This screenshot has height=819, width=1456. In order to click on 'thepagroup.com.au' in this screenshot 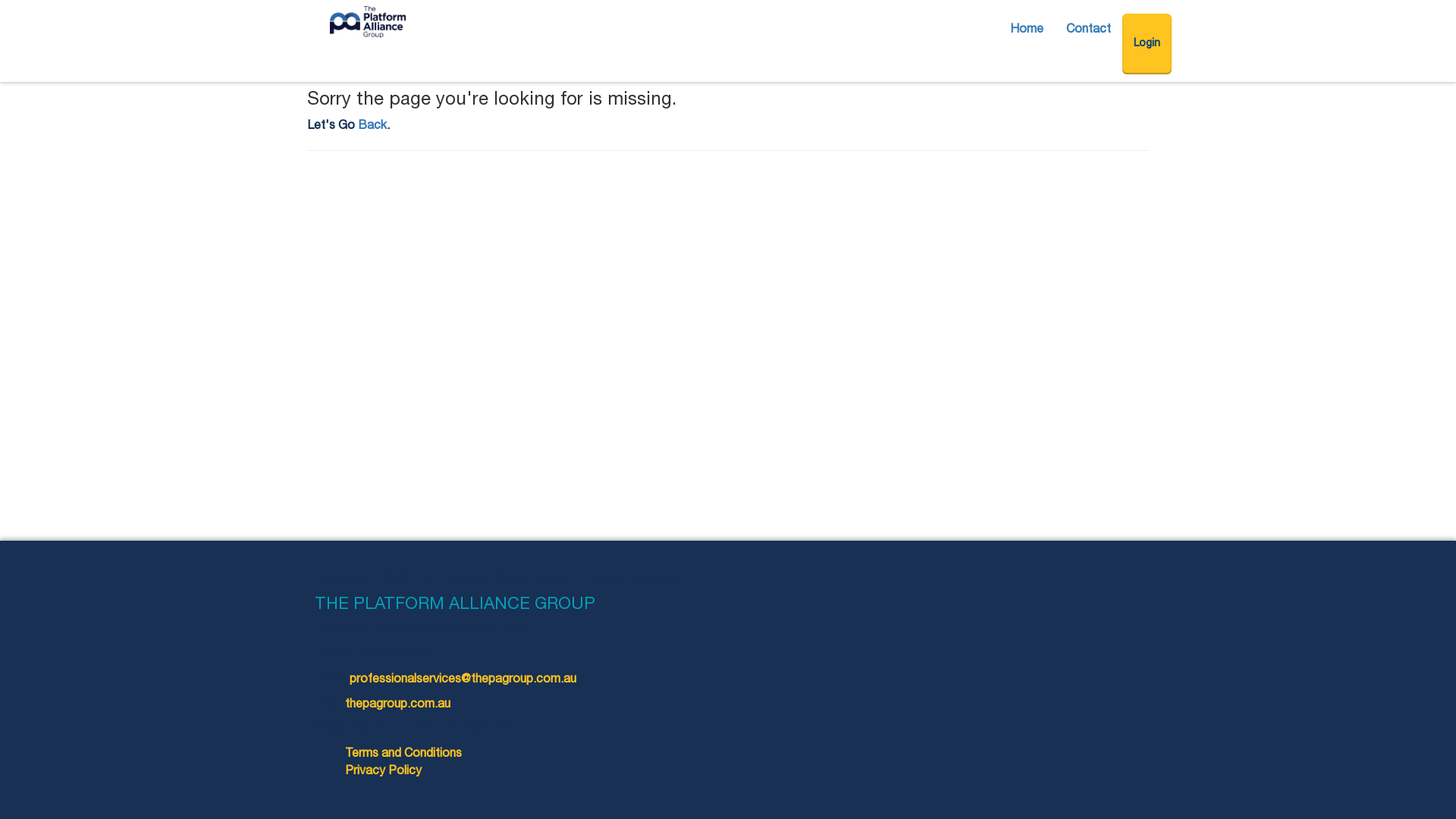, I will do `click(397, 704)`.